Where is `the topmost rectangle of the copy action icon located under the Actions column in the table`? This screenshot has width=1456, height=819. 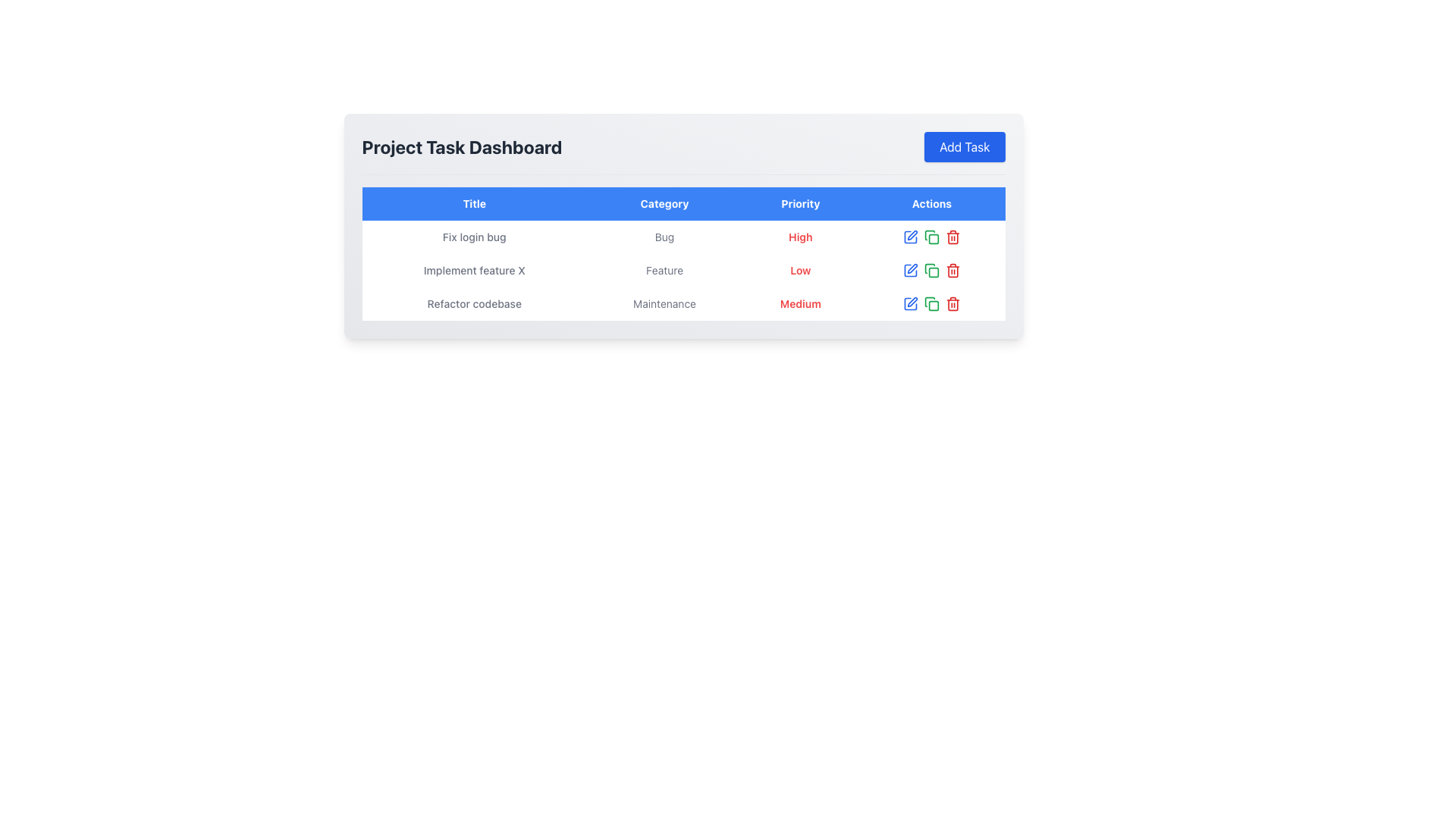 the topmost rectangle of the copy action icon located under the Actions column in the table is located at coordinates (933, 239).